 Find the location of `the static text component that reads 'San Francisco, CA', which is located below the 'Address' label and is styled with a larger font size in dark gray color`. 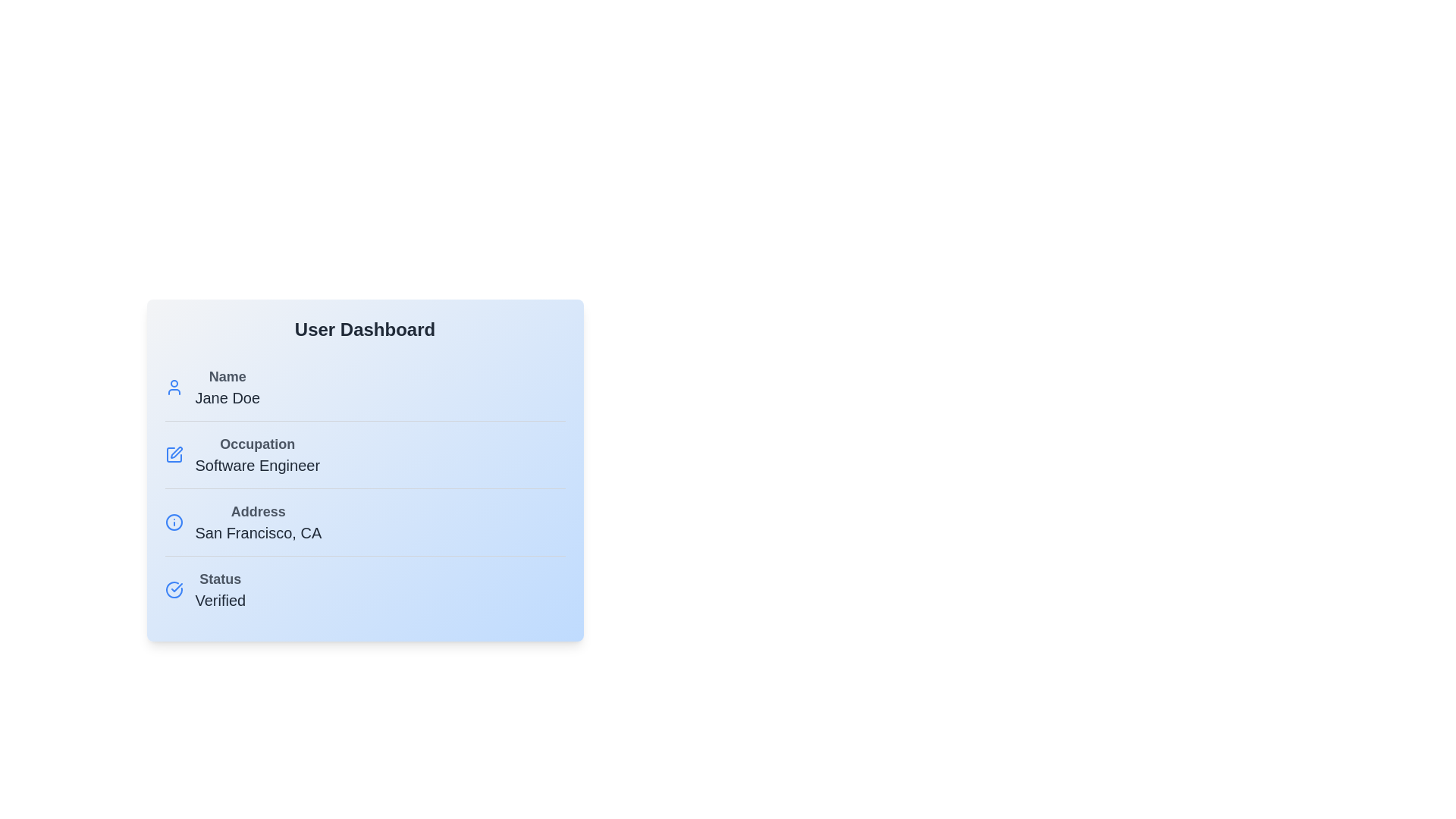

the static text component that reads 'San Francisco, CA', which is located below the 'Address' label and is styled with a larger font size in dark gray color is located at coordinates (258, 532).